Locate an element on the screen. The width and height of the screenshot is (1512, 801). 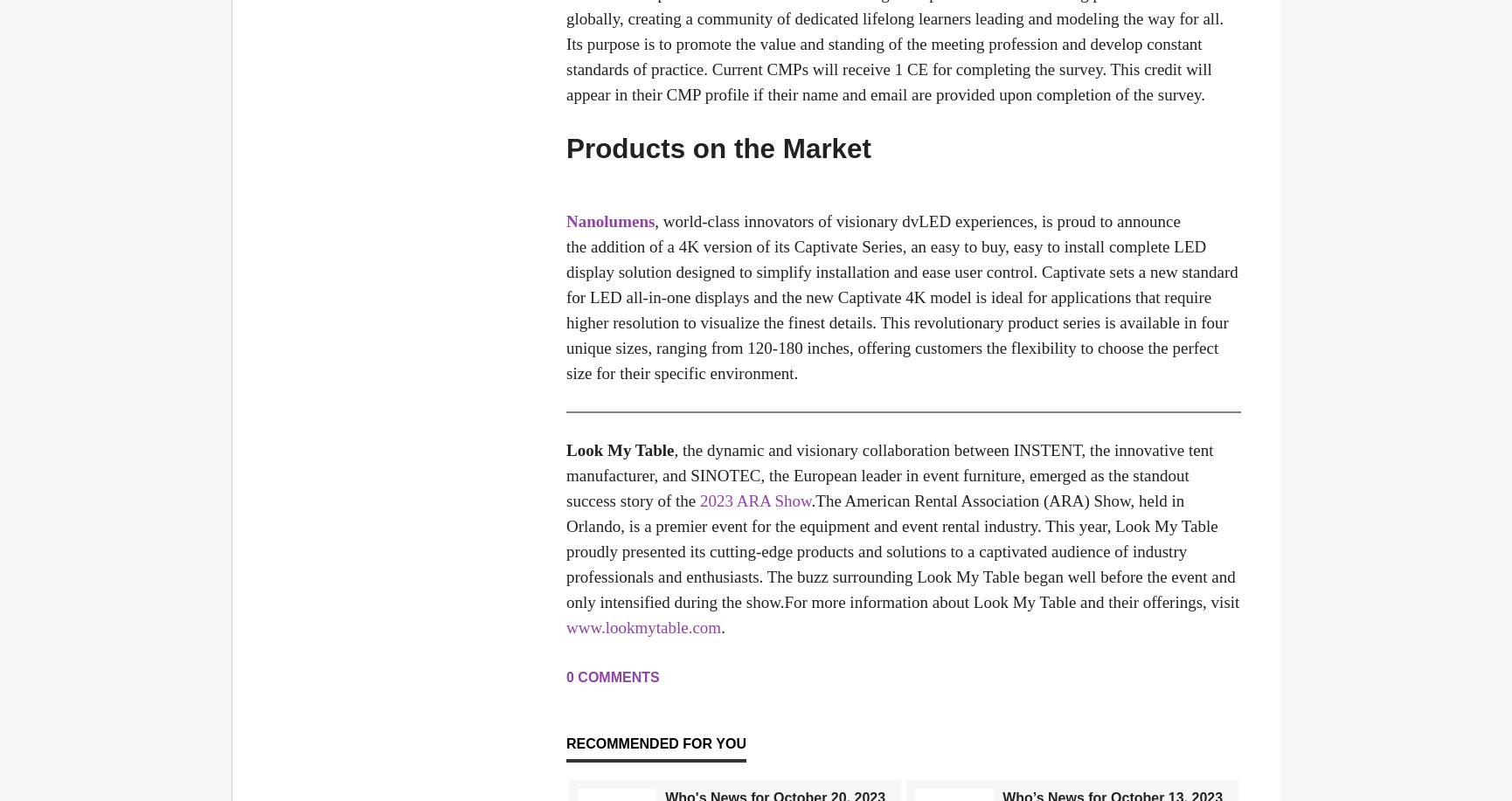
'2023 ARA Show' is located at coordinates (754, 501).